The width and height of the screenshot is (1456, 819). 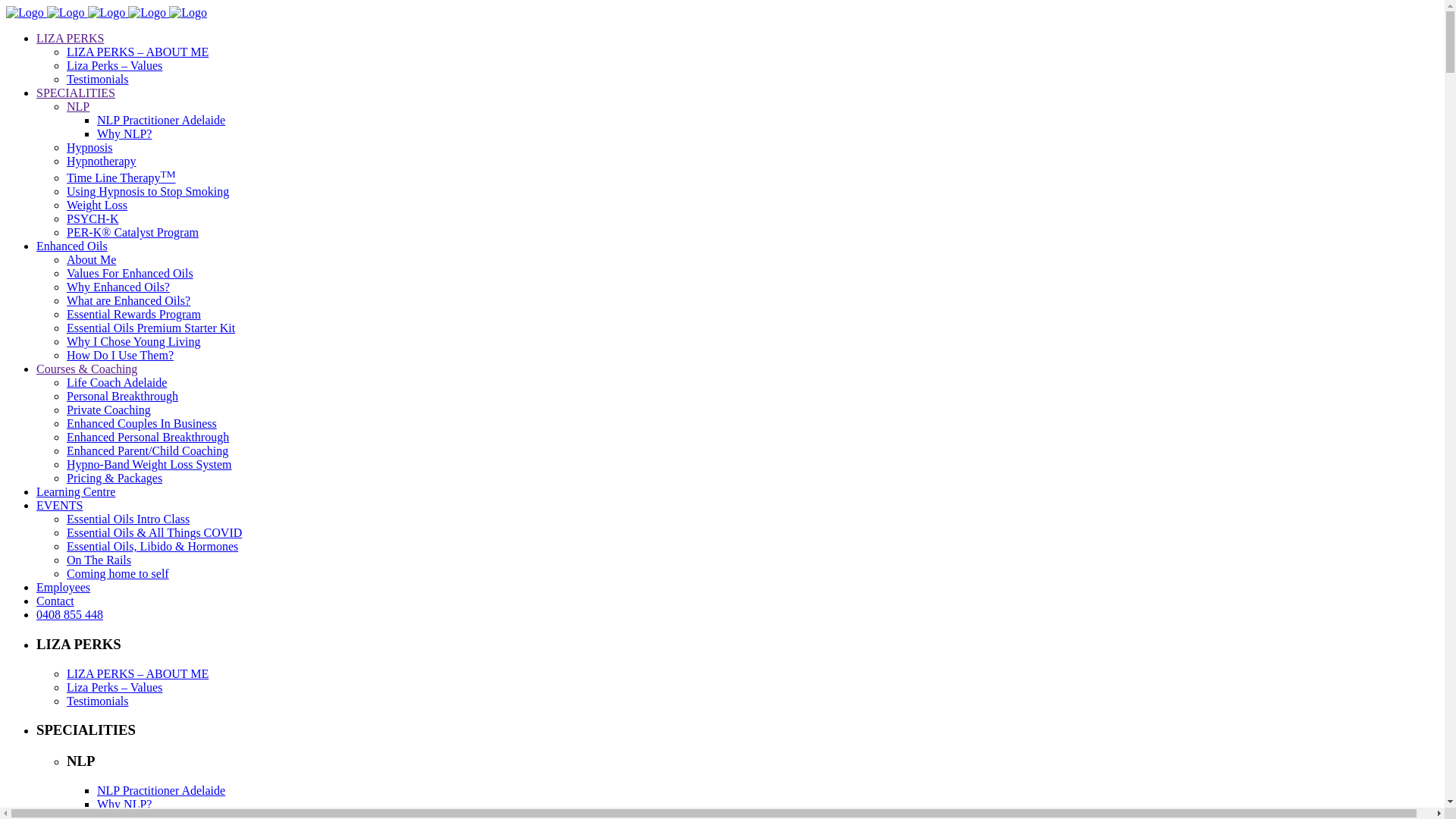 I want to click on 'Enhanced Personal Breakthrough', so click(x=148, y=437).